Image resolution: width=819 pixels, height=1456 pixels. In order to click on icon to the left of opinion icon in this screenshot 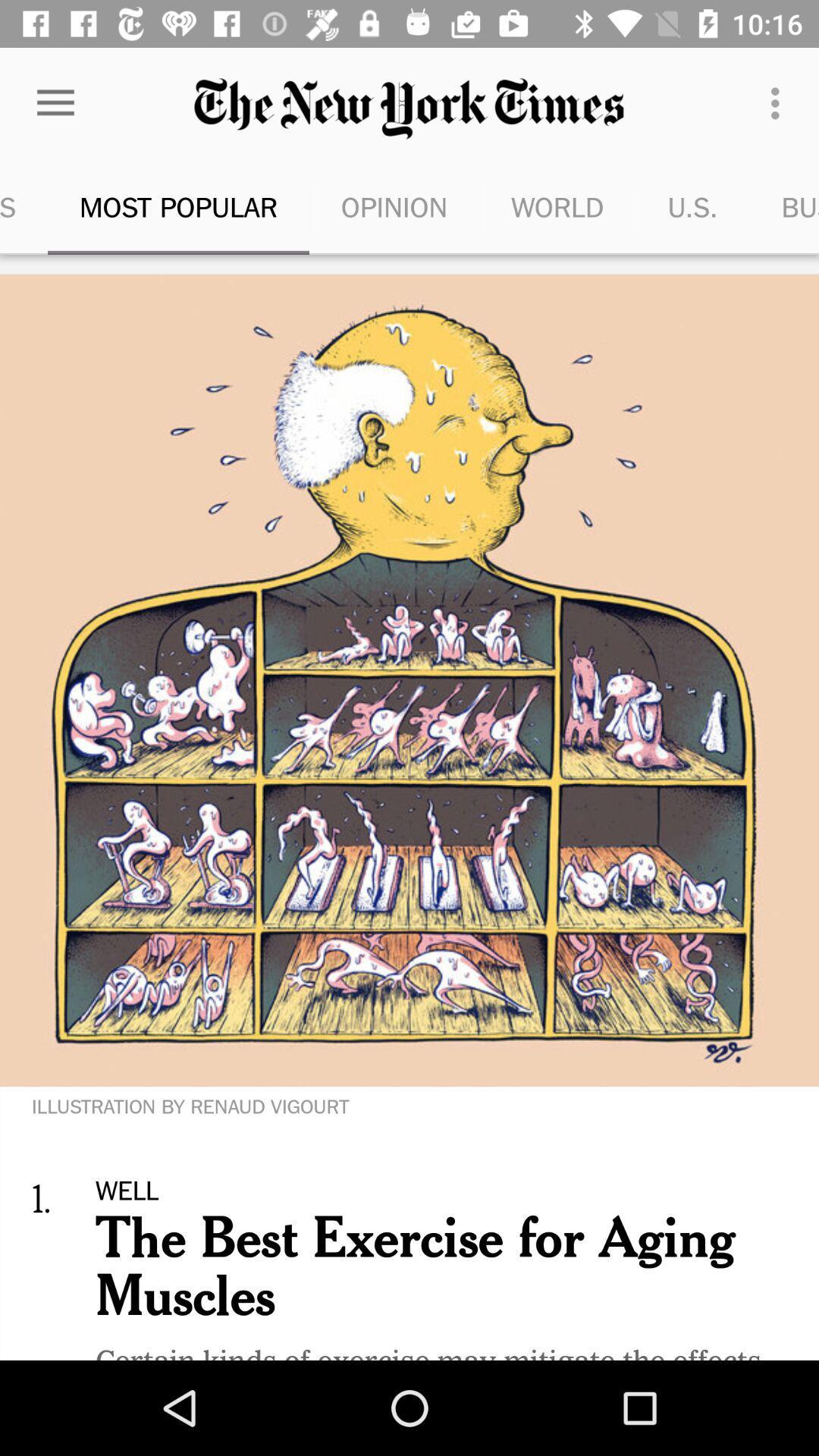, I will do `click(177, 206)`.